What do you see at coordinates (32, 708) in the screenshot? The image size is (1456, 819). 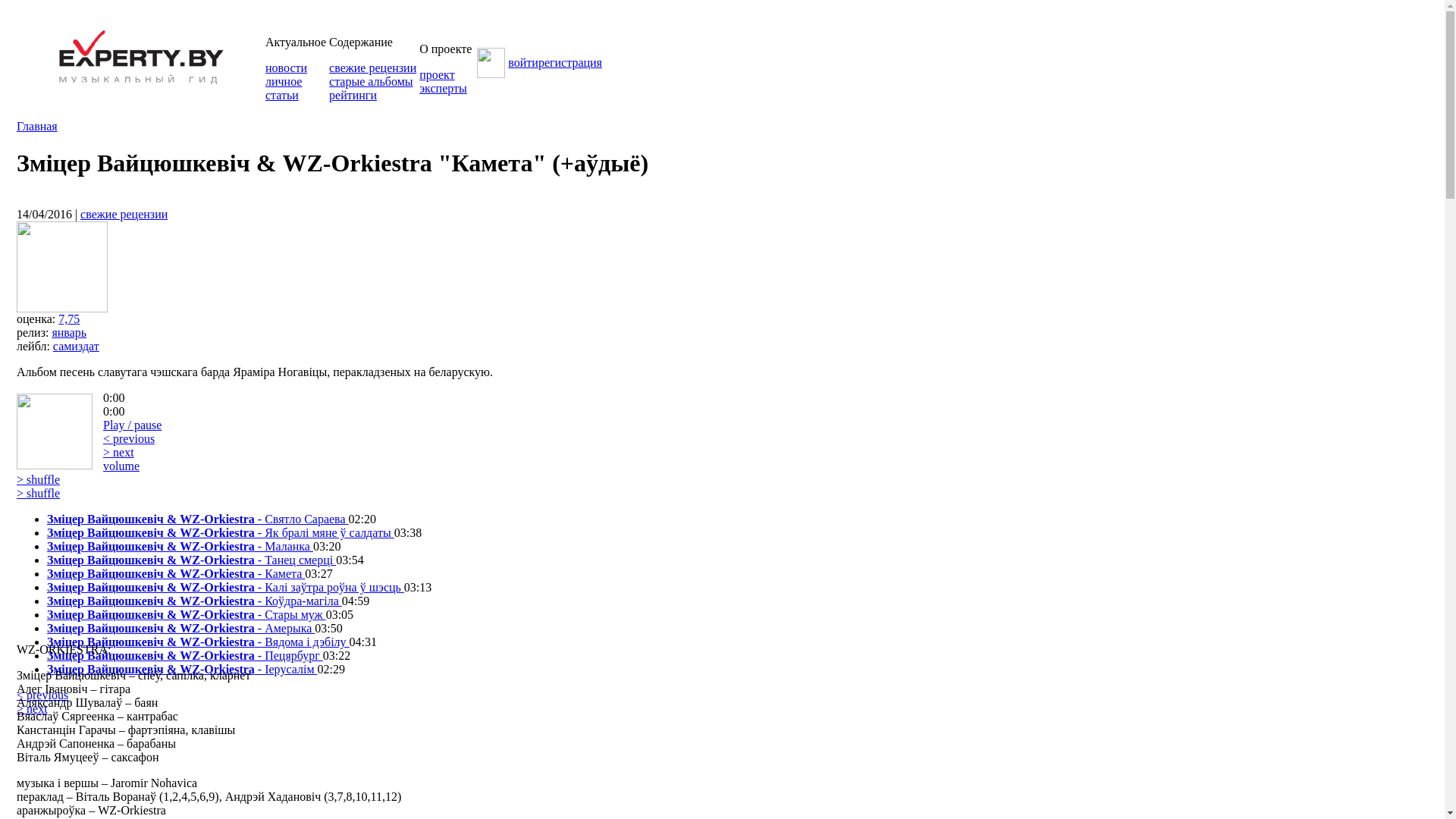 I see `'> next'` at bounding box center [32, 708].